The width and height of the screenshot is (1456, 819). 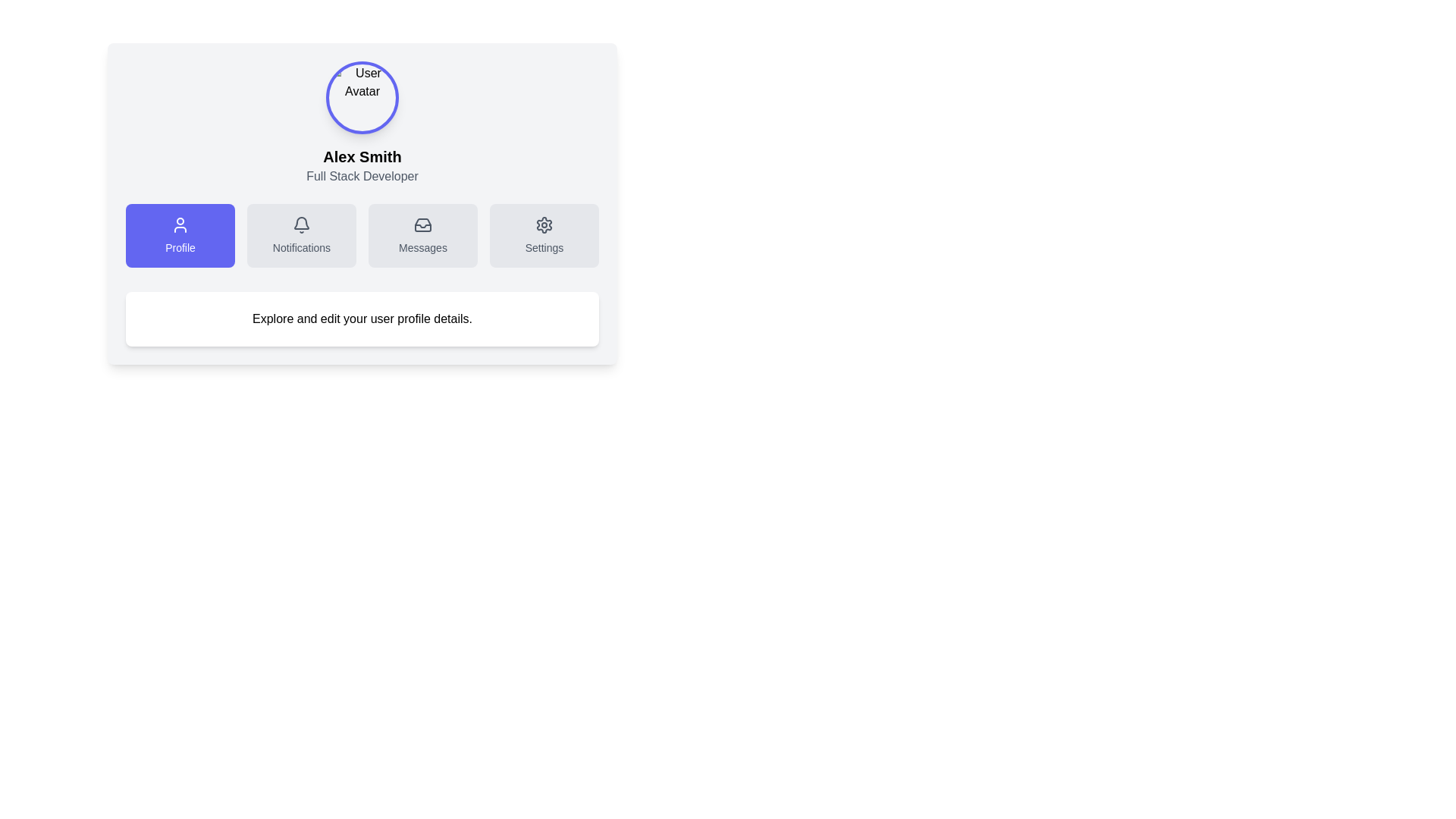 I want to click on the notifications button, which is the second item in a grid of four elements, to change its background color, so click(x=302, y=236).